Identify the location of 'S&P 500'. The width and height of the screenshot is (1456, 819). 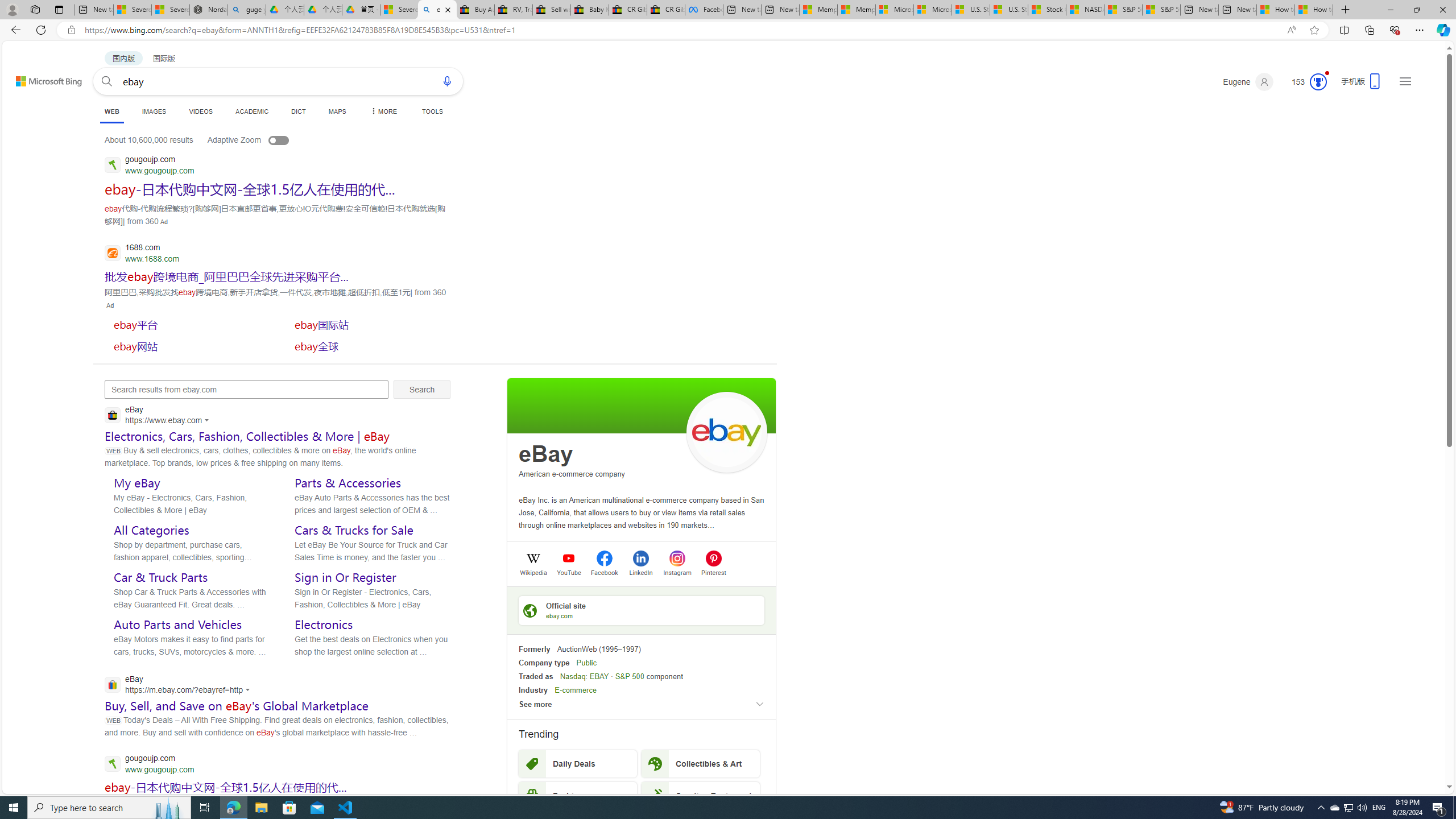
(629, 676).